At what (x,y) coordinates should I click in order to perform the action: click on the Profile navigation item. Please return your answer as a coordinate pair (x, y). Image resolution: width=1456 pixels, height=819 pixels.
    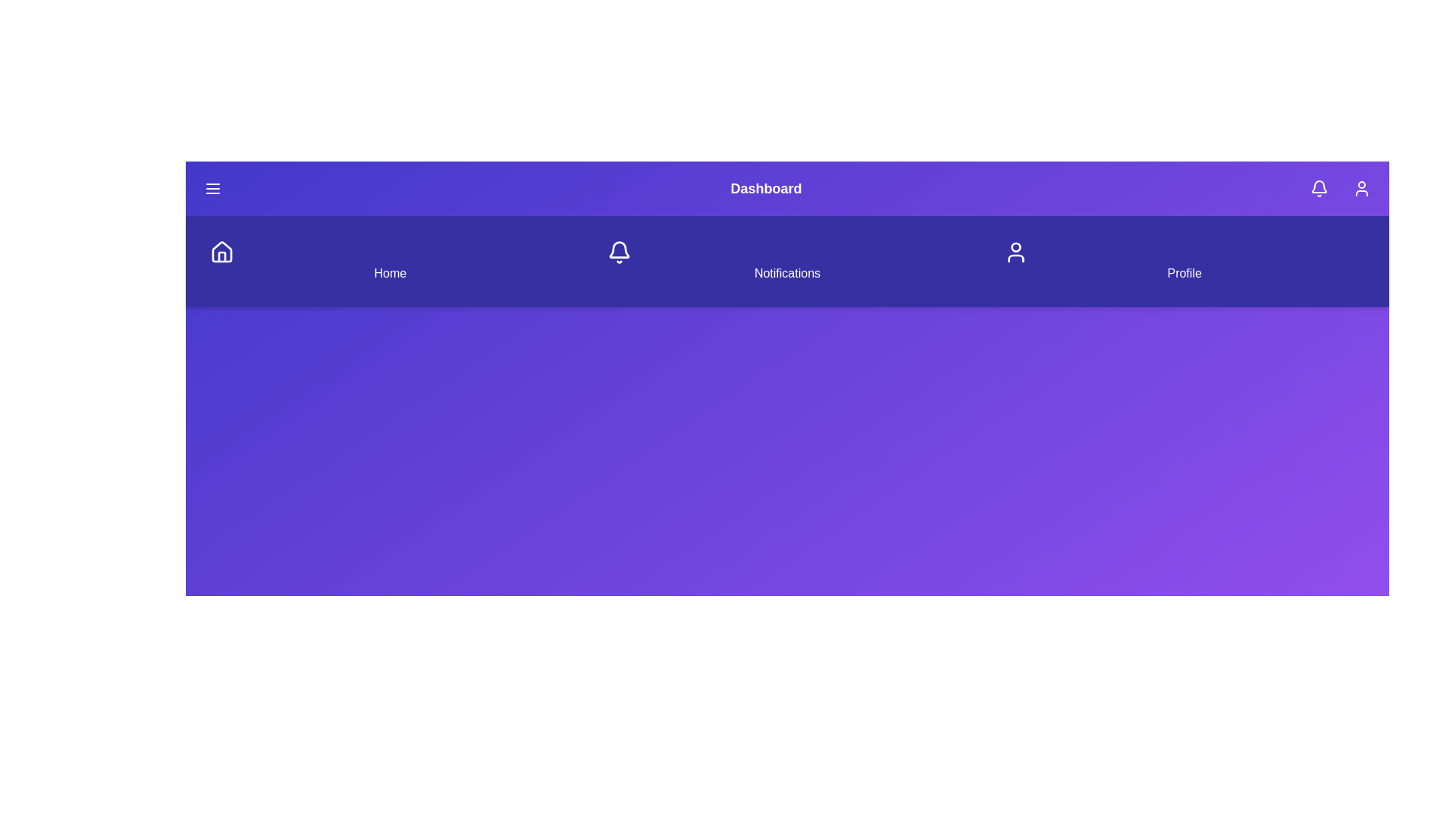
    Looking at the image, I should click on (1183, 260).